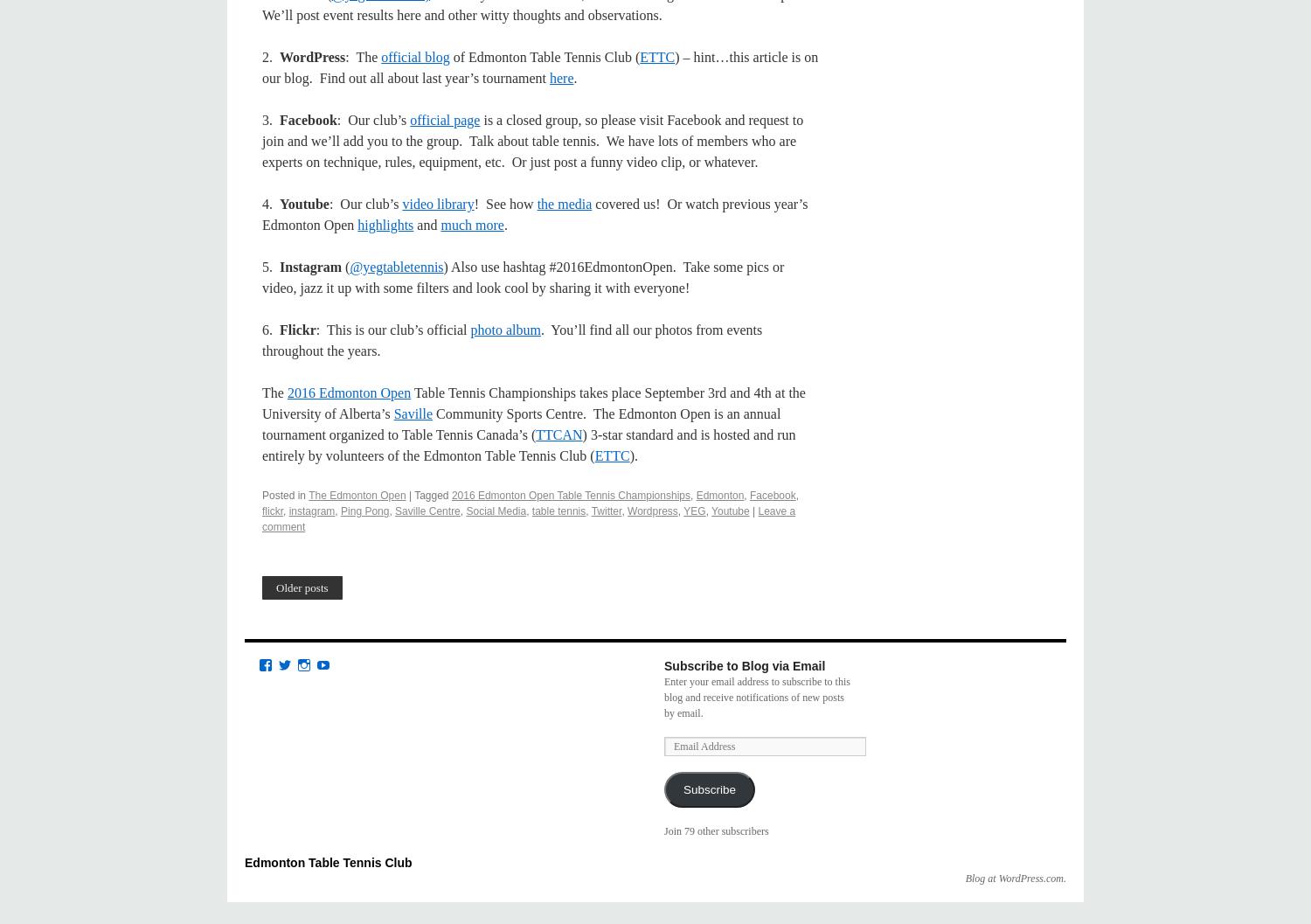  What do you see at coordinates (357, 224) in the screenshot?
I see `'highlights'` at bounding box center [357, 224].